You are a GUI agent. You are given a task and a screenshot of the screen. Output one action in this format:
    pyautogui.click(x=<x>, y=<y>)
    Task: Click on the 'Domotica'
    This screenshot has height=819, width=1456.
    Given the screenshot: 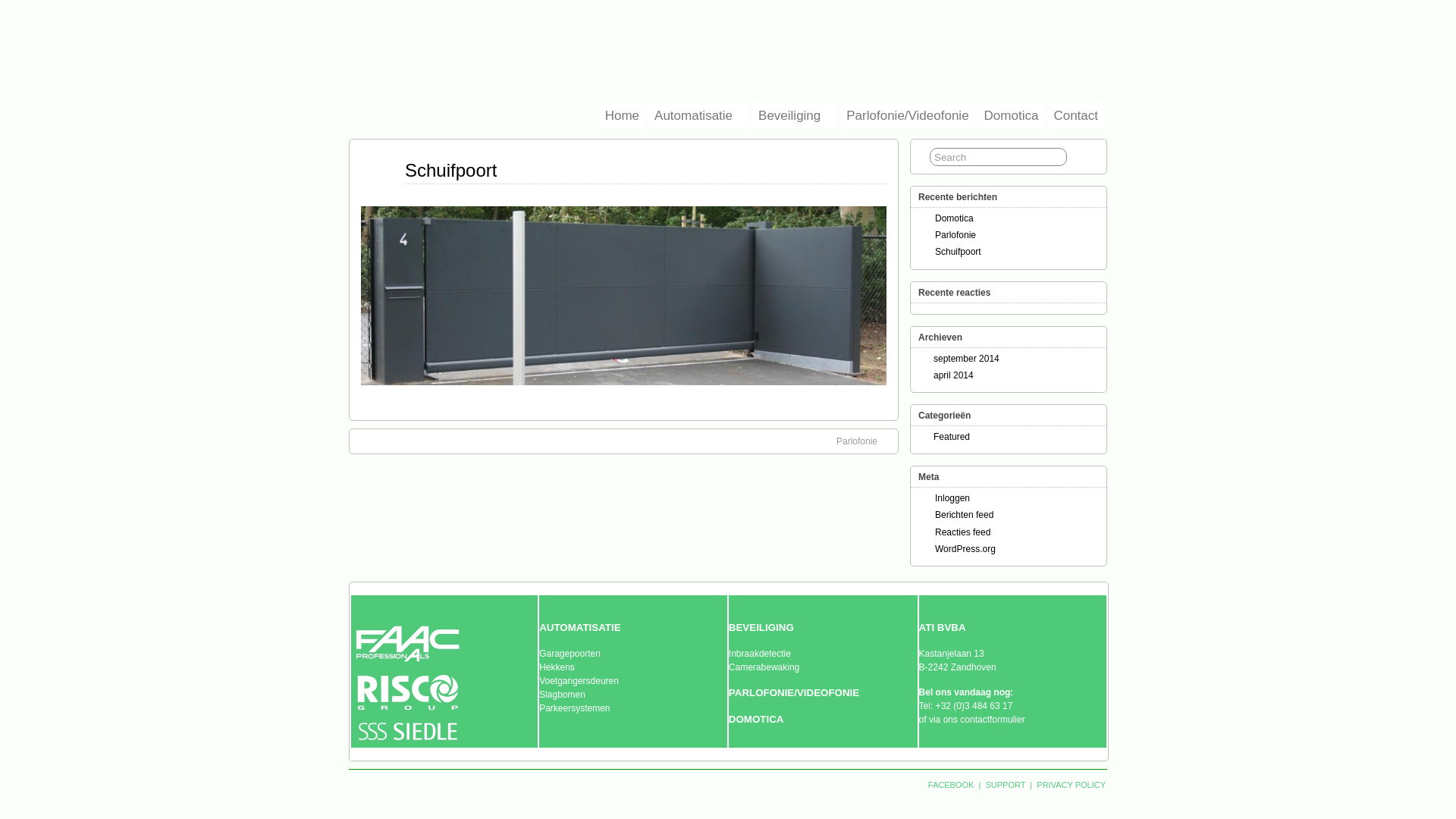 What is the action you would take?
    pyautogui.click(x=978, y=114)
    